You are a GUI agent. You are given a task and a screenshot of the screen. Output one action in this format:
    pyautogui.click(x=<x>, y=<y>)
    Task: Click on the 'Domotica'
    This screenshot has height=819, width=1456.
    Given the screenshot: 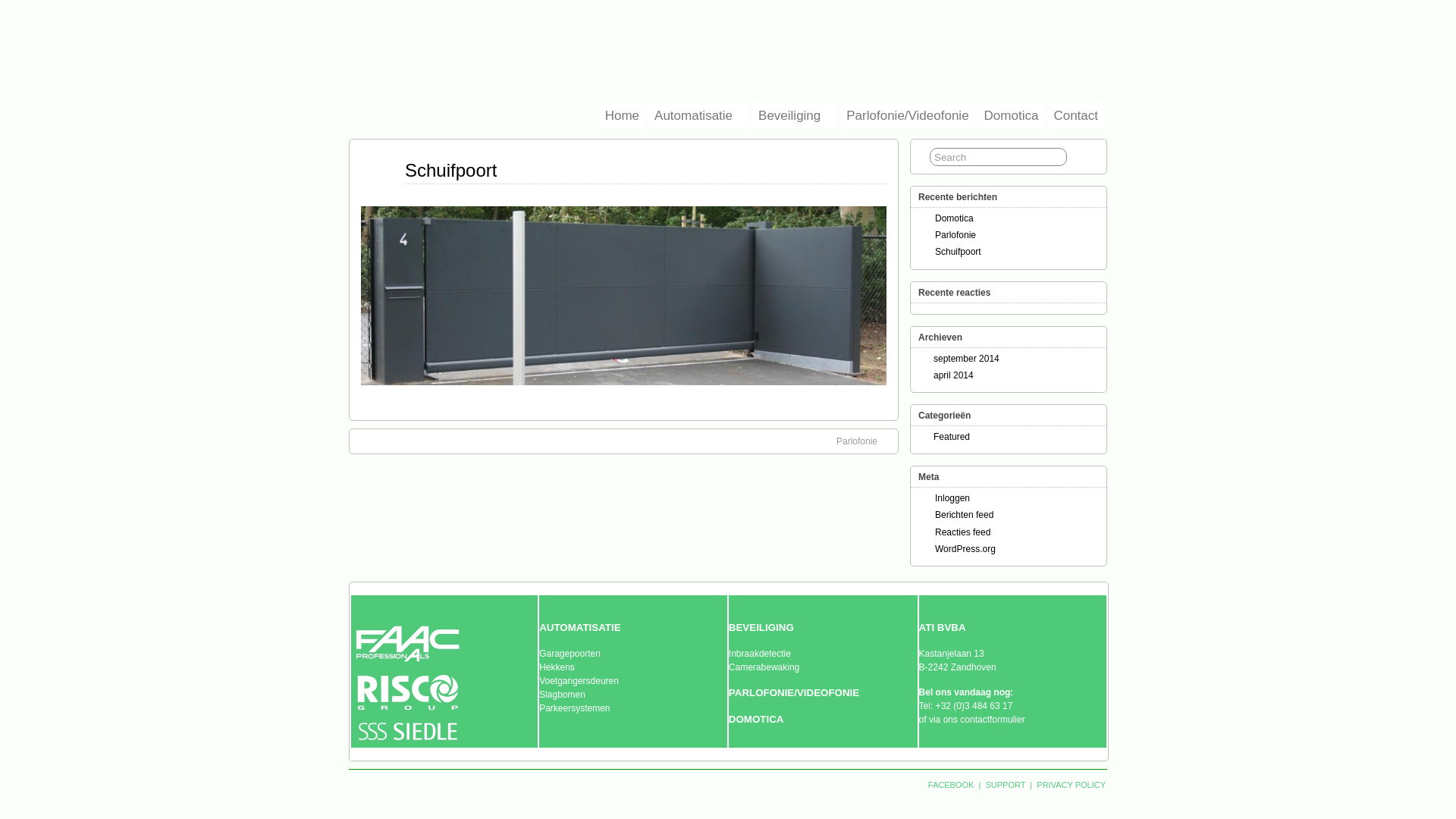 What is the action you would take?
    pyautogui.click(x=978, y=114)
    